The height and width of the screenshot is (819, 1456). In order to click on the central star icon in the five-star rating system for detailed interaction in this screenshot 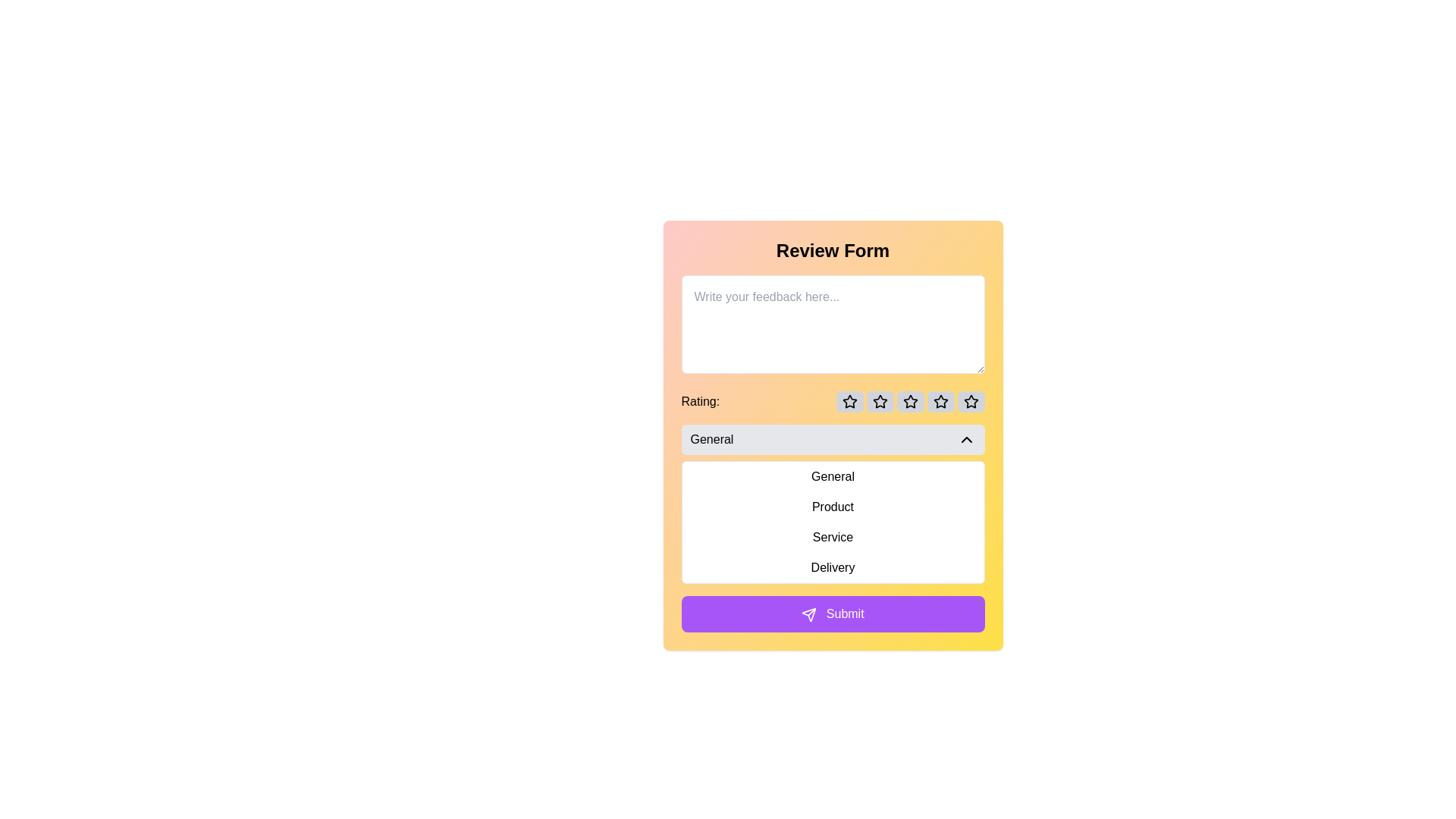, I will do `click(910, 400)`.